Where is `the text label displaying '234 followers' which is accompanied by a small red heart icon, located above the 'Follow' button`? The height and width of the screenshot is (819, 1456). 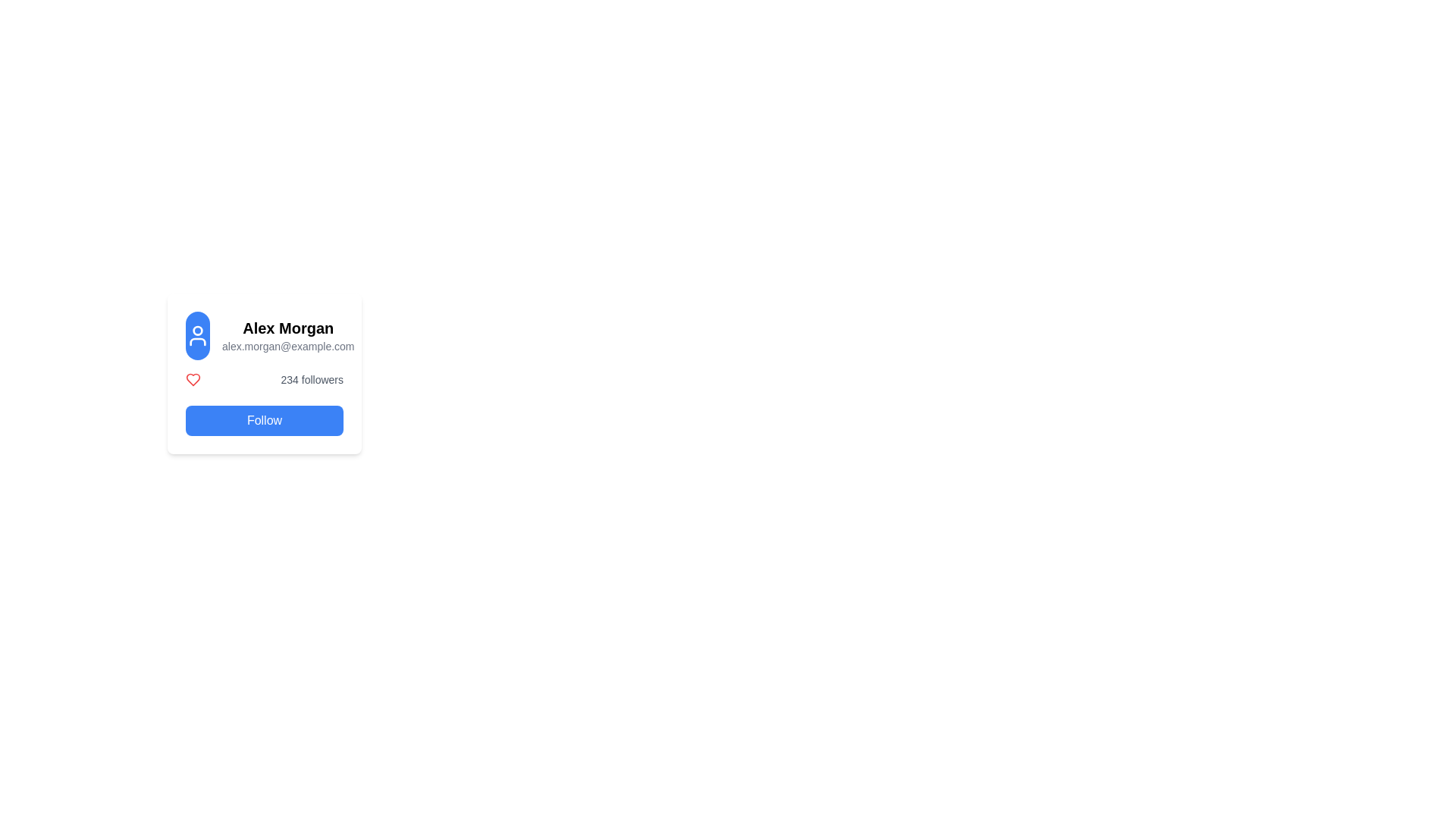
the text label displaying '234 followers' which is accompanied by a small red heart icon, located above the 'Follow' button is located at coordinates (265, 379).